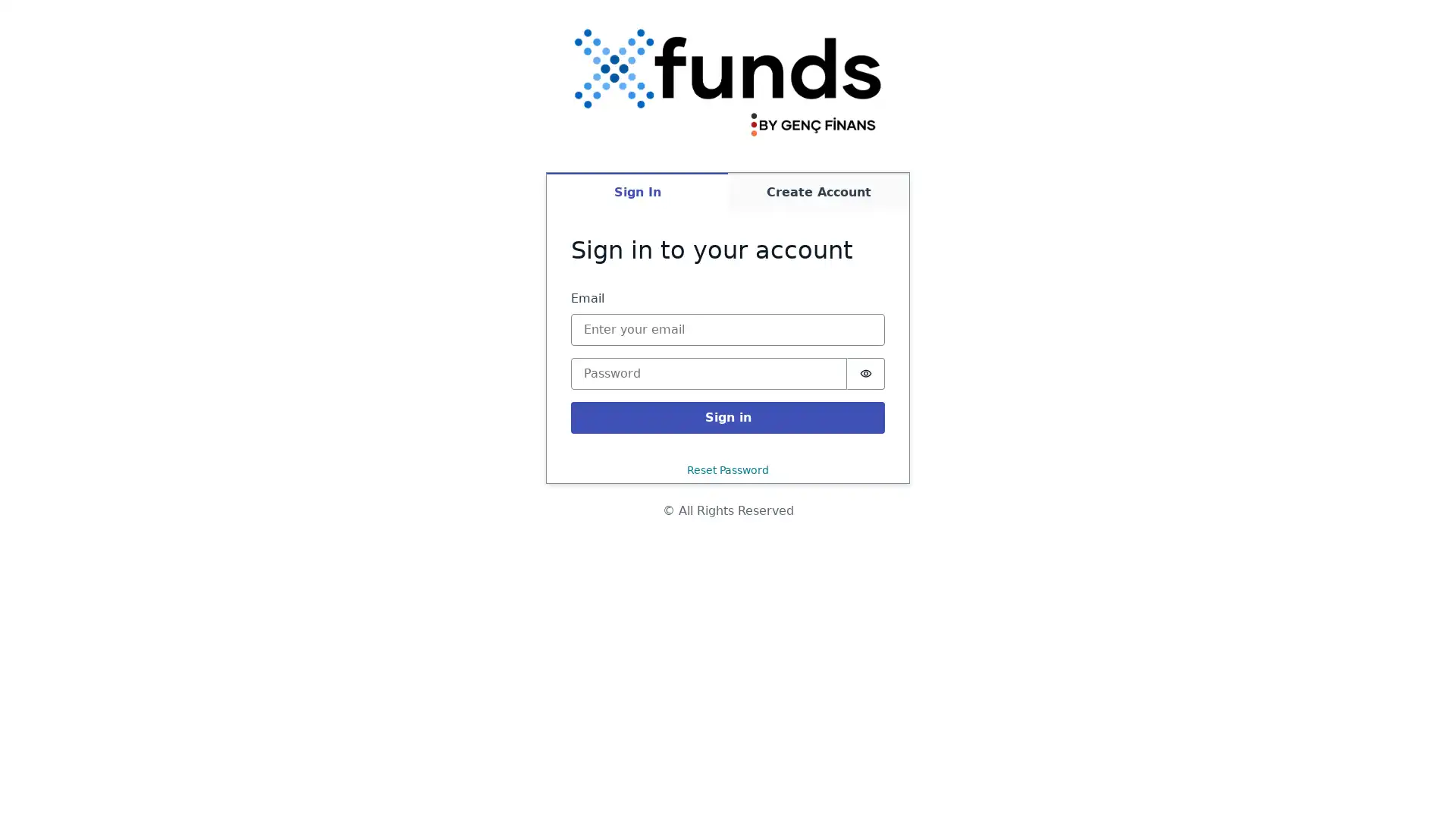 Image resolution: width=1456 pixels, height=819 pixels. What do you see at coordinates (866, 373) in the screenshot?
I see `Show password` at bounding box center [866, 373].